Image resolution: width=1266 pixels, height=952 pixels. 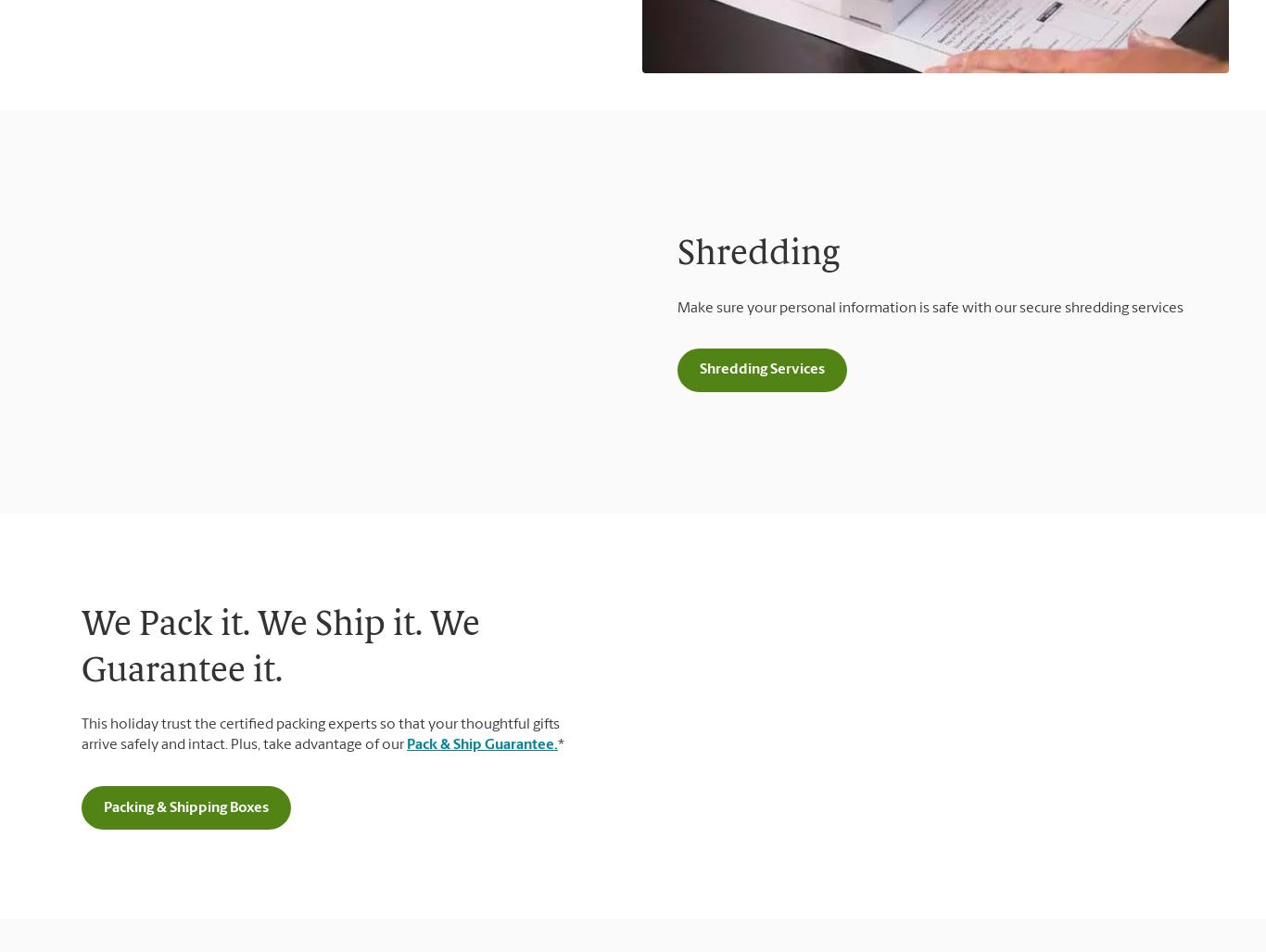 I want to click on 'Marketing Materials', so click(x=84, y=368).